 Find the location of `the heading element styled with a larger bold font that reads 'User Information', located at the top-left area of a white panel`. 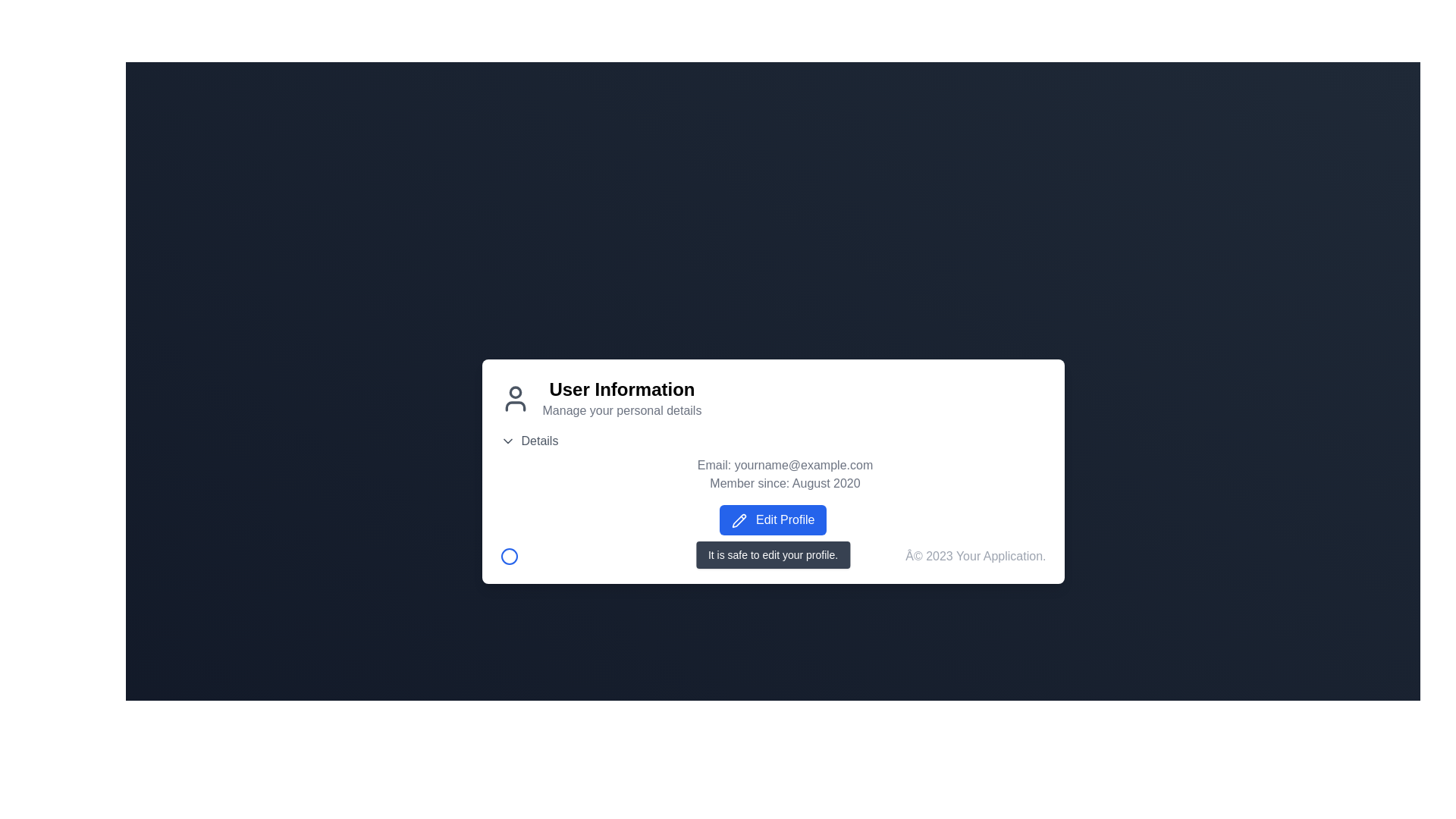

the heading element styled with a larger bold font that reads 'User Information', located at the top-left area of a white panel is located at coordinates (622, 388).